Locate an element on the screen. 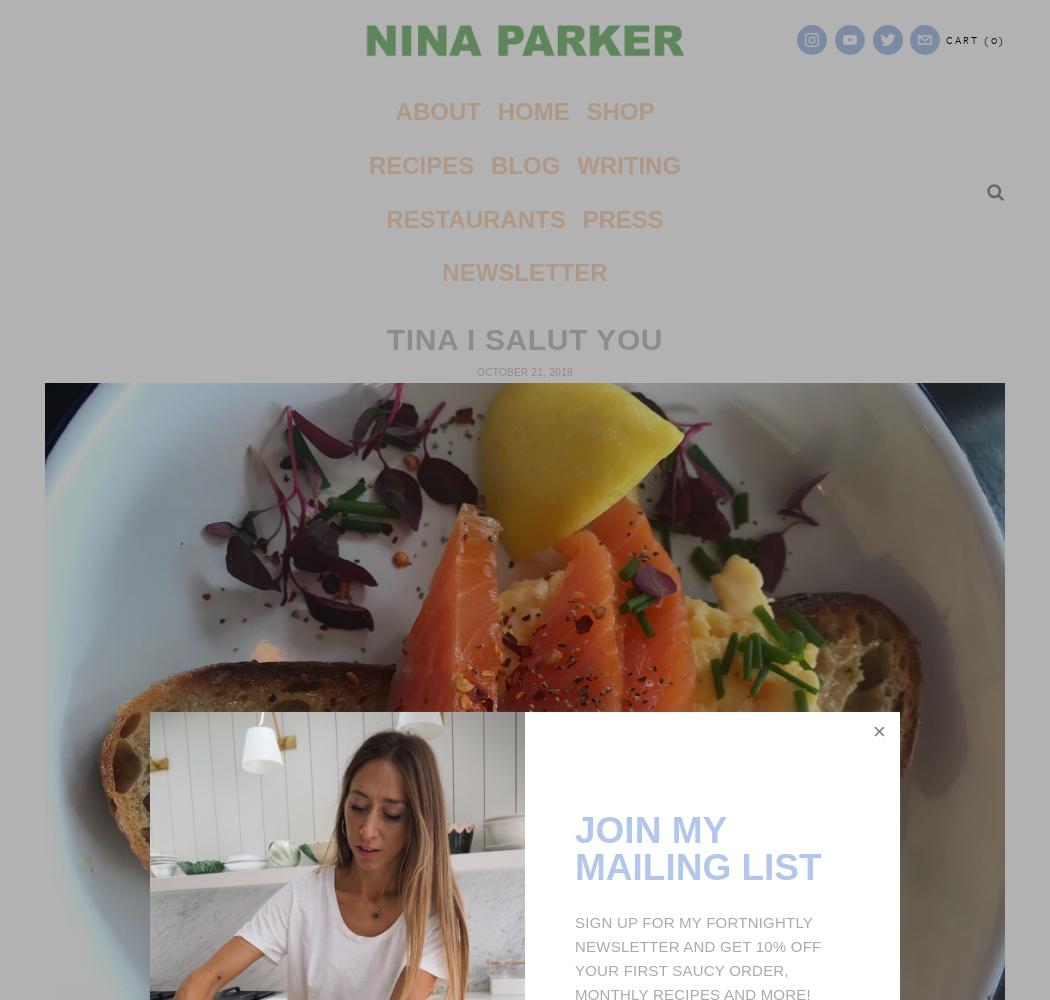 This screenshot has width=1050, height=1000. 'Tina I Salut You' is located at coordinates (523, 337).